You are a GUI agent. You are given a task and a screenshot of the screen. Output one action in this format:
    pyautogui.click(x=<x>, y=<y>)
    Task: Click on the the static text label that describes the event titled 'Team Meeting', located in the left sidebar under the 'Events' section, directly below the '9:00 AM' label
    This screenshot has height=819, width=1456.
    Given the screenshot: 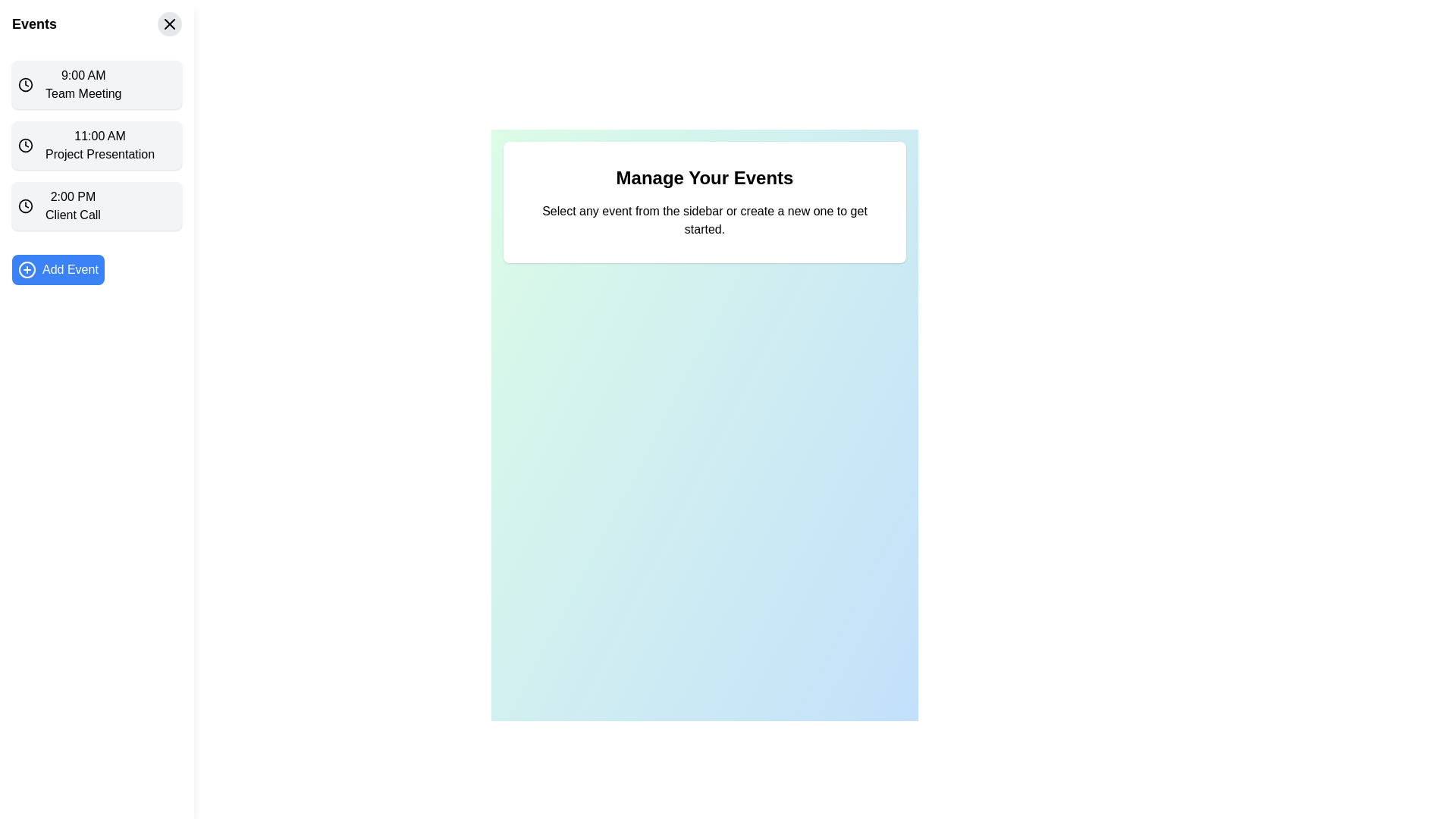 What is the action you would take?
    pyautogui.click(x=83, y=93)
    